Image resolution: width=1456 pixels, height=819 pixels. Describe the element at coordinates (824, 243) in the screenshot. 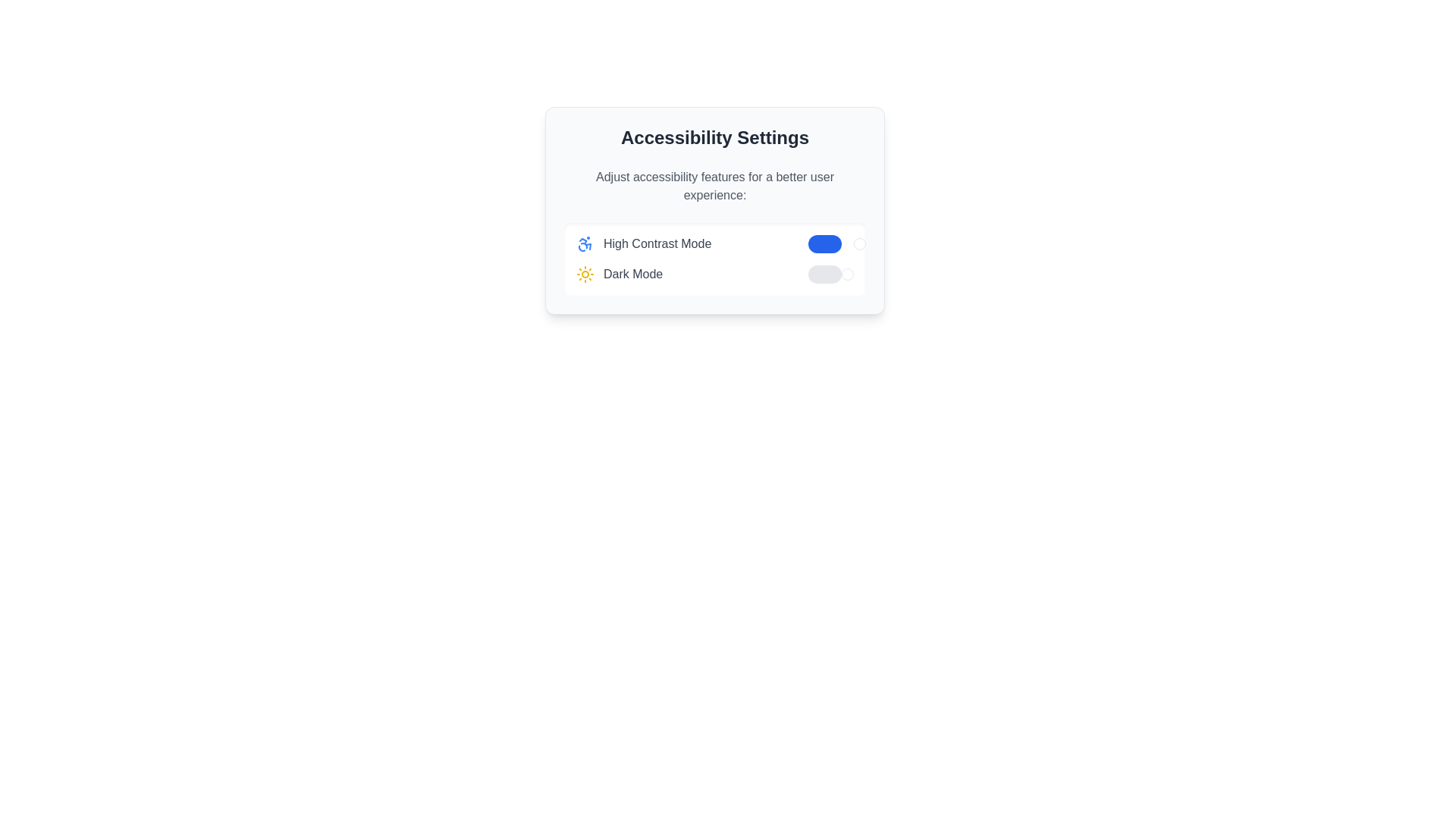

I see `the Toggle indicator background for the 'High Contrast Mode' setting, which visually represents its activation state` at that location.